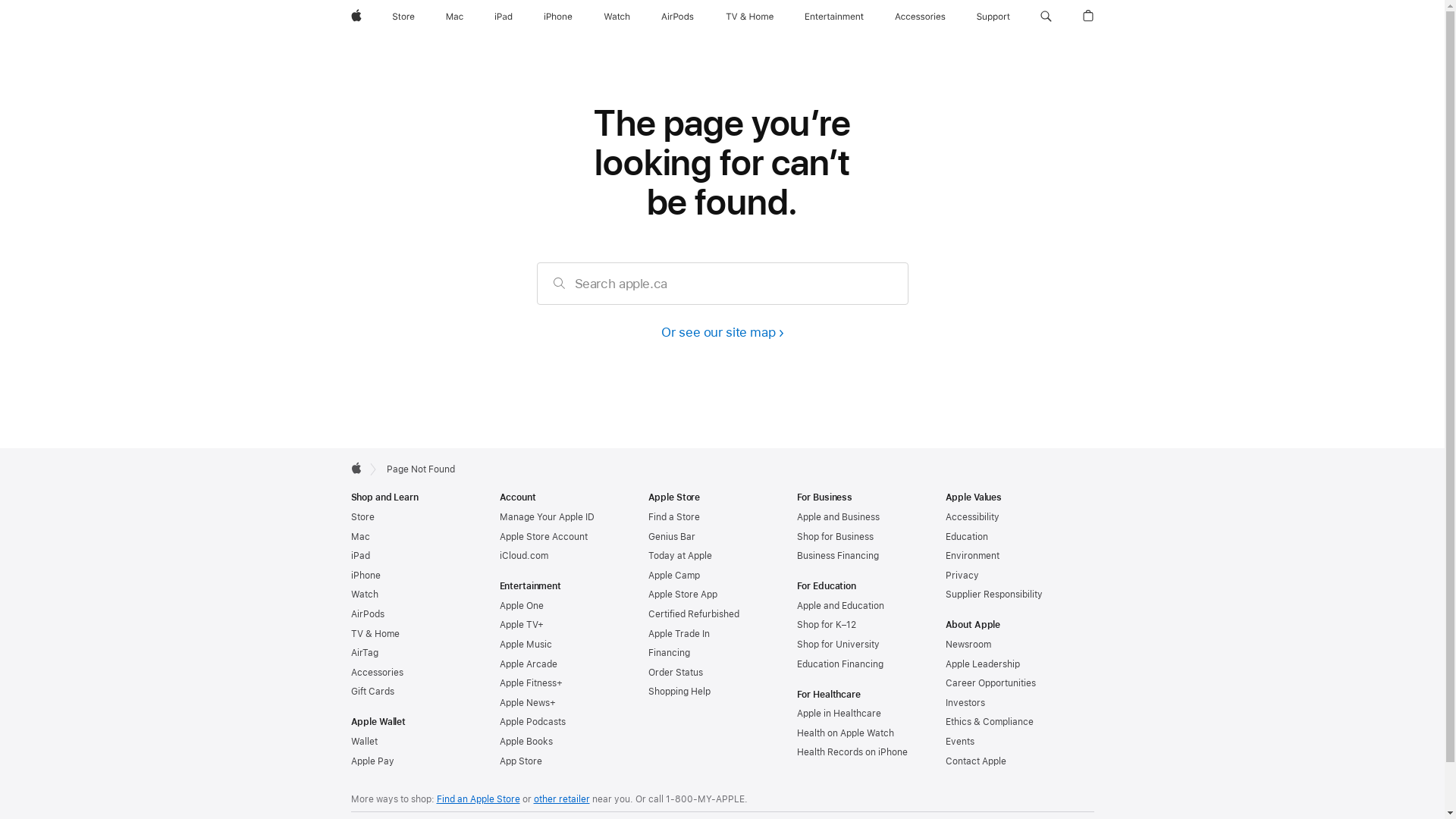 The width and height of the screenshot is (1456, 819). I want to click on 'Apple Books', so click(498, 741).